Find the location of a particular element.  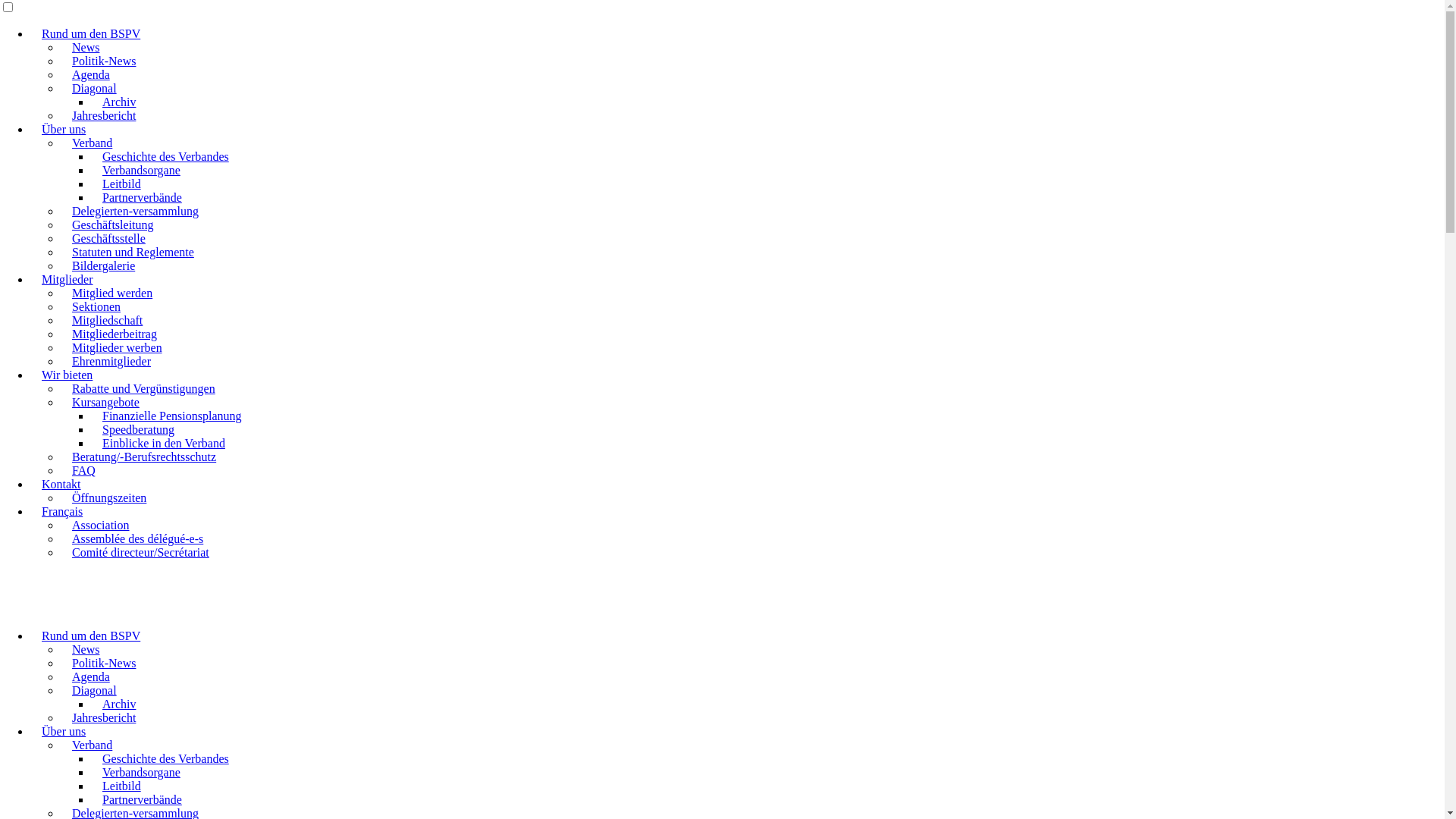

'Geschichte des Verbandes' is located at coordinates (165, 758).